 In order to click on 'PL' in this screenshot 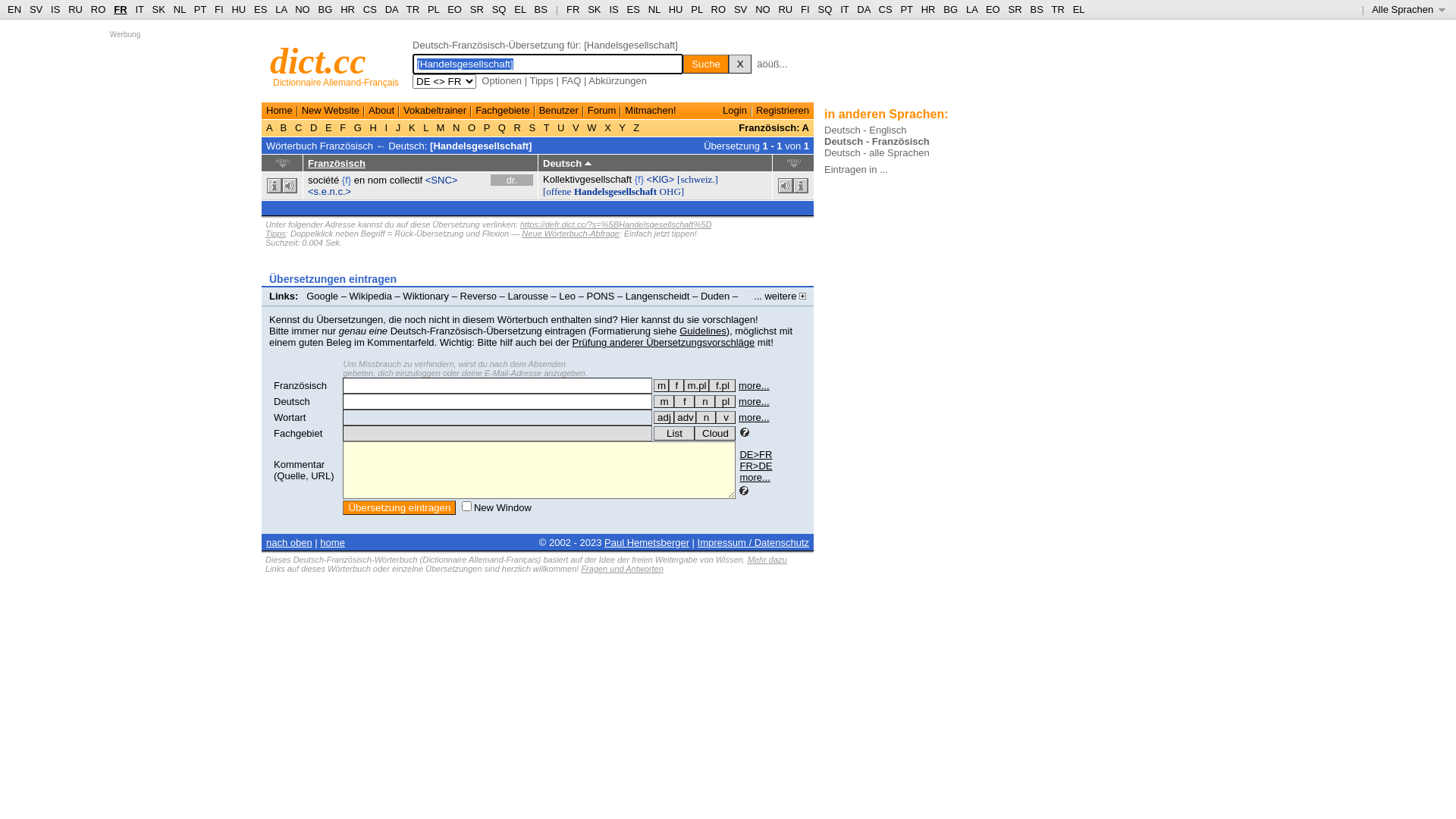, I will do `click(427, 9)`.